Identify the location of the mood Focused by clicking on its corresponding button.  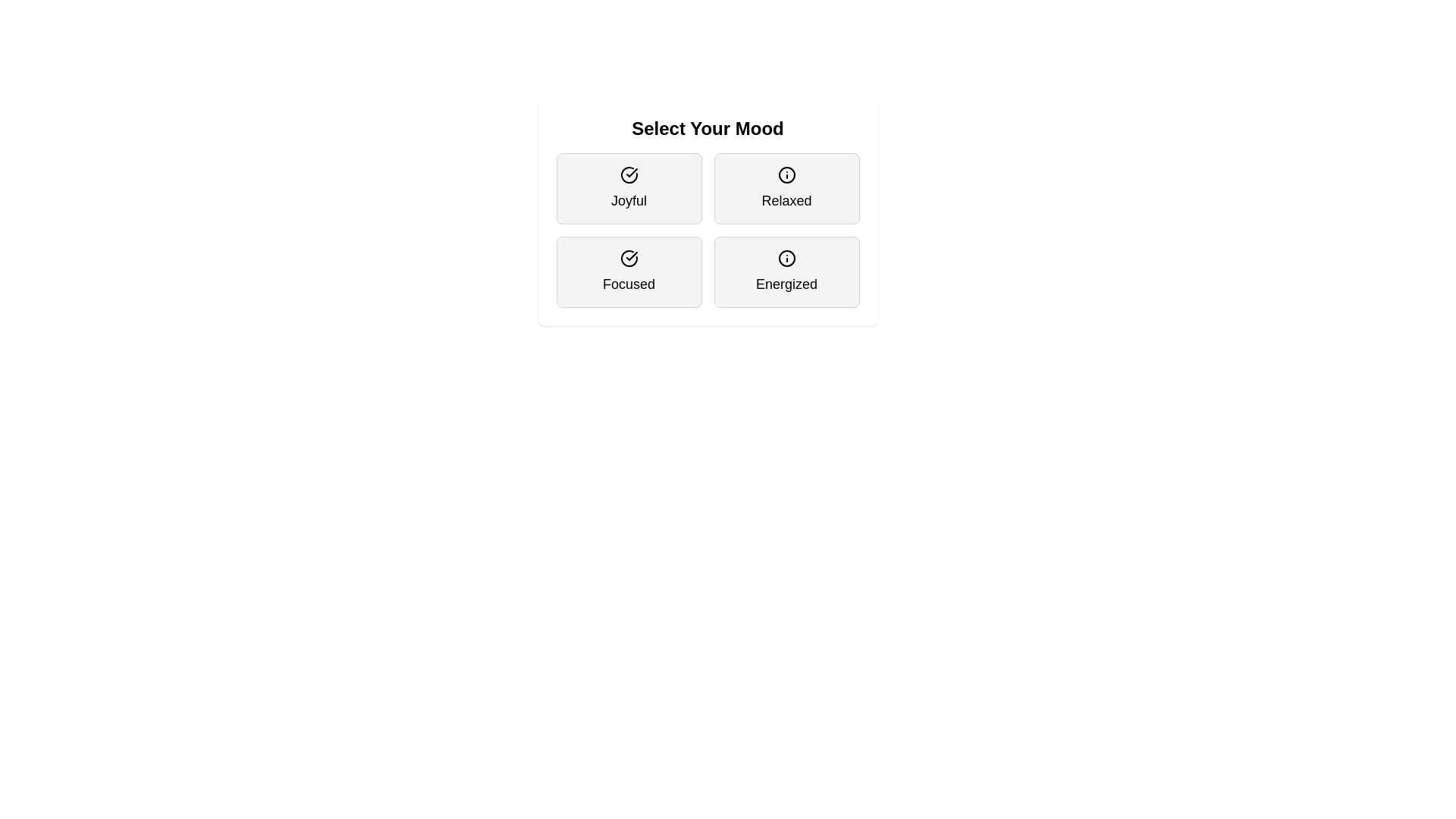
(629, 271).